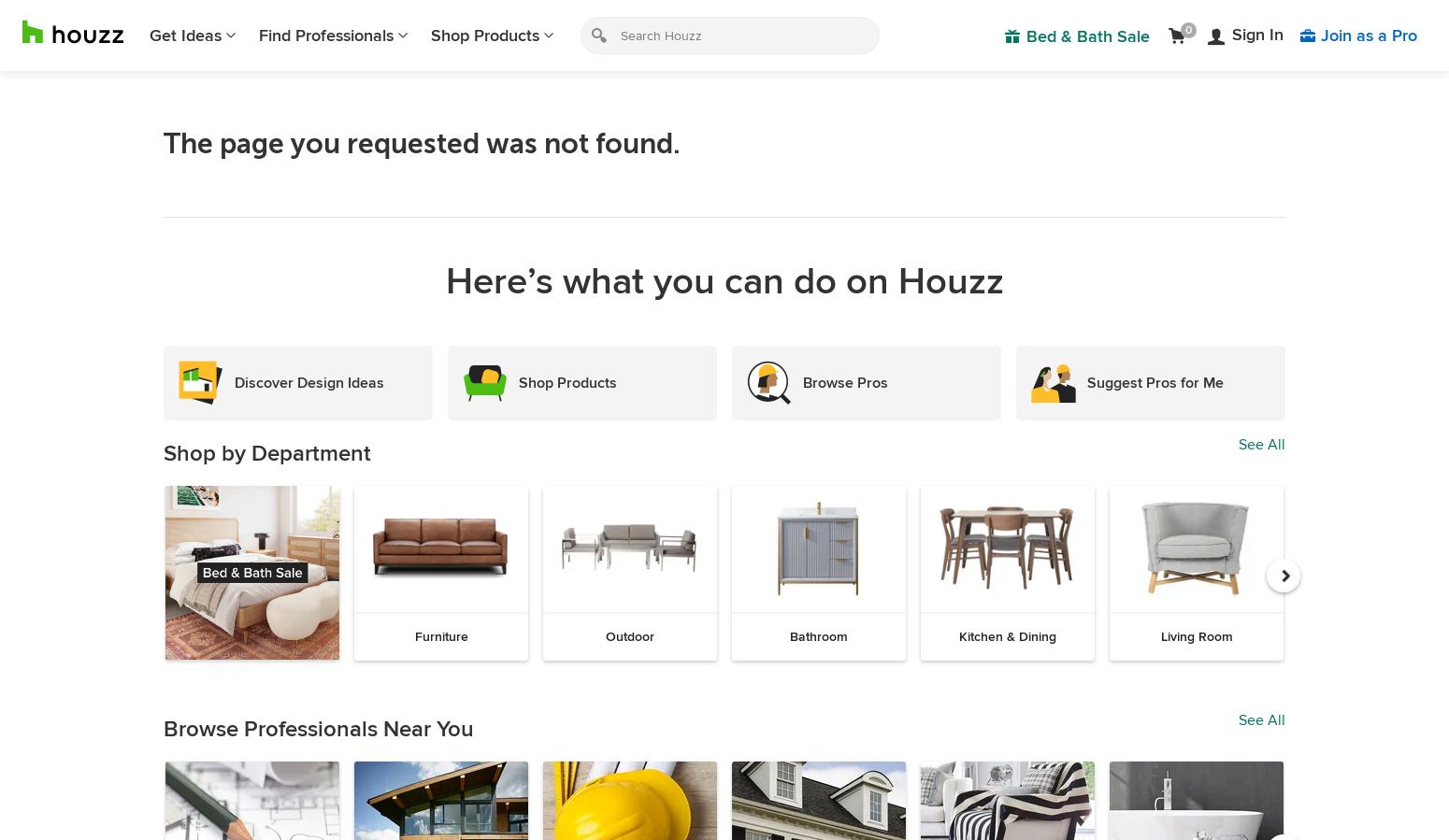 This screenshot has height=840, width=1449. What do you see at coordinates (724, 280) in the screenshot?
I see `'Here’s what you can do on Houzz'` at bounding box center [724, 280].